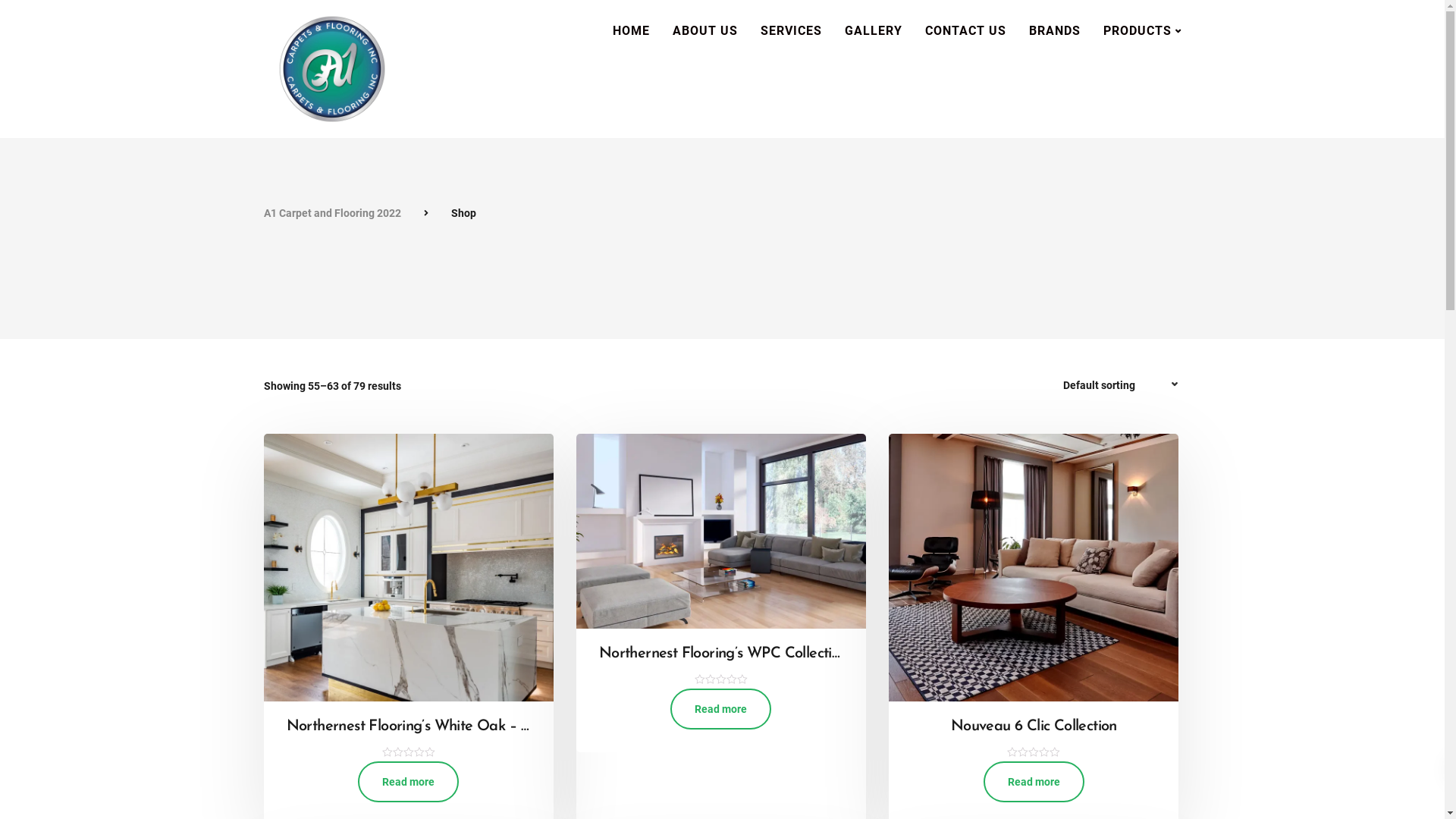 The height and width of the screenshot is (819, 1456). Describe the element at coordinates (790, 31) in the screenshot. I see `'SERVICES'` at that location.